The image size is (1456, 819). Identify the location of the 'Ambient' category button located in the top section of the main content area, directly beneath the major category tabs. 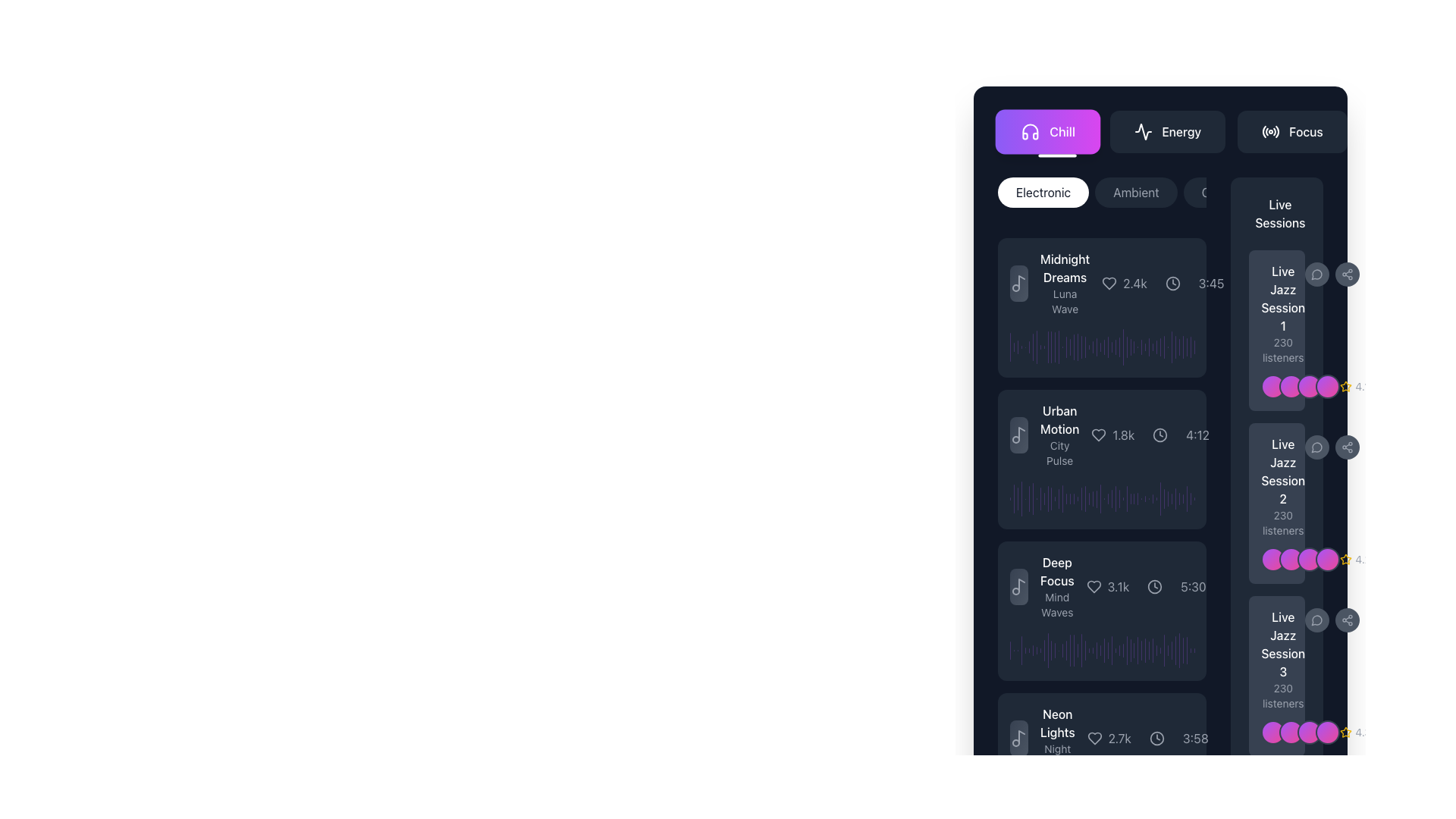
(1102, 198).